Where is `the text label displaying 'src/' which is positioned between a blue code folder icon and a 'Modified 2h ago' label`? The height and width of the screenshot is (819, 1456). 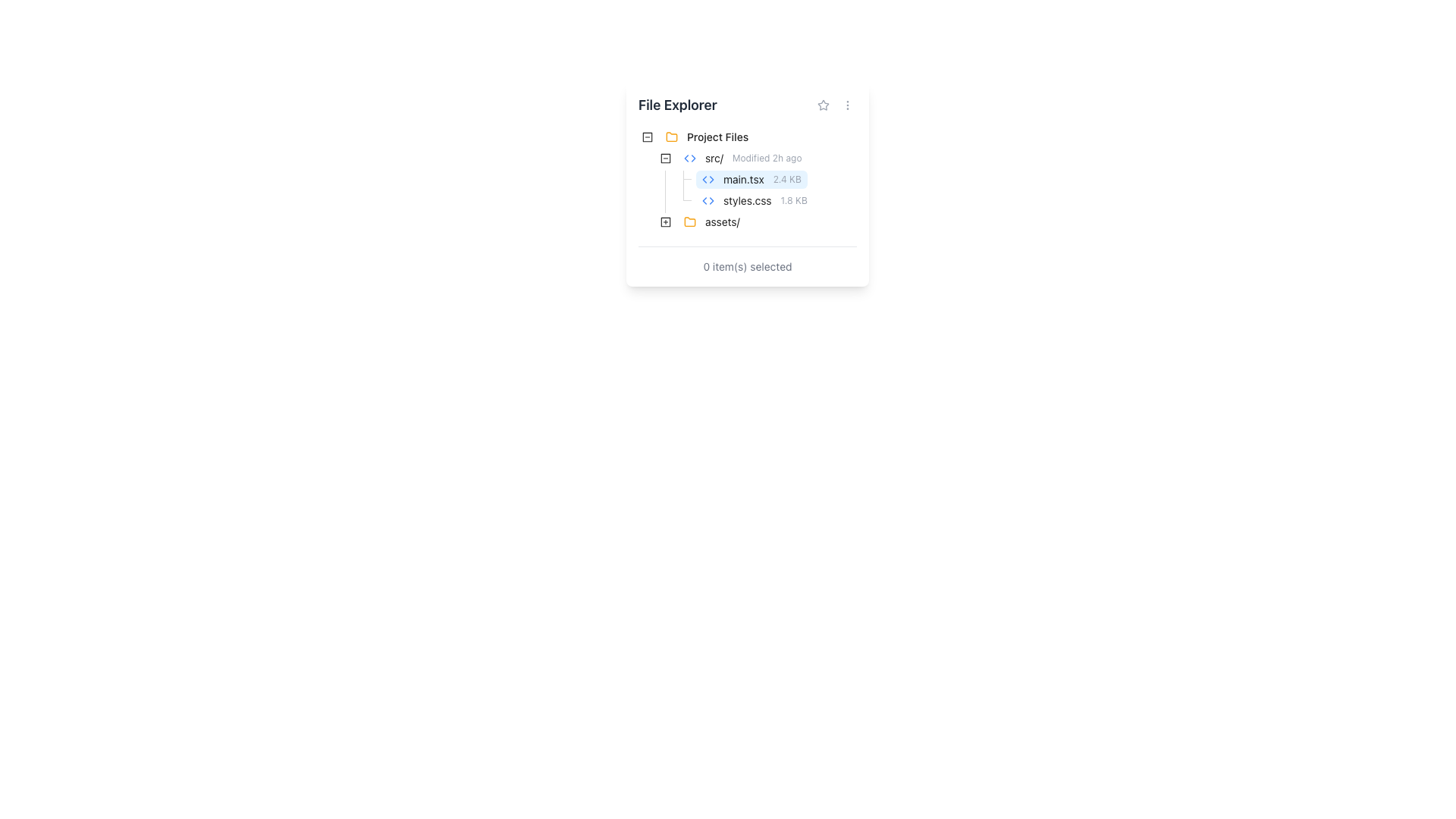
the text label displaying 'src/' which is positioned between a blue code folder icon and a 'Modified 2h ago' label is located at coordinates (713, 158).